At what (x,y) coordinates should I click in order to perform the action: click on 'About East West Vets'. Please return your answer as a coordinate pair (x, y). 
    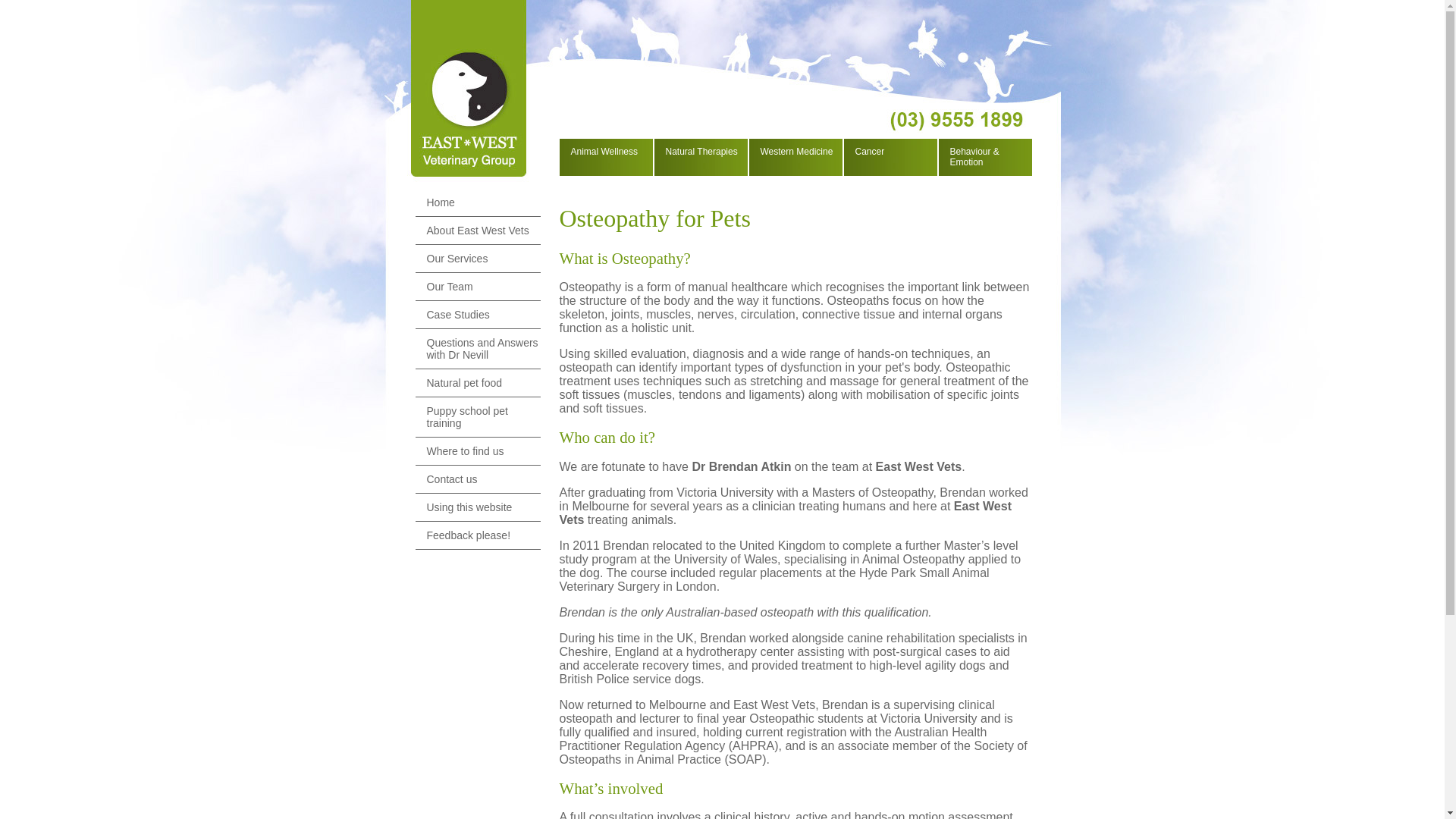
    Looking at the image, I should click on (477, 231).